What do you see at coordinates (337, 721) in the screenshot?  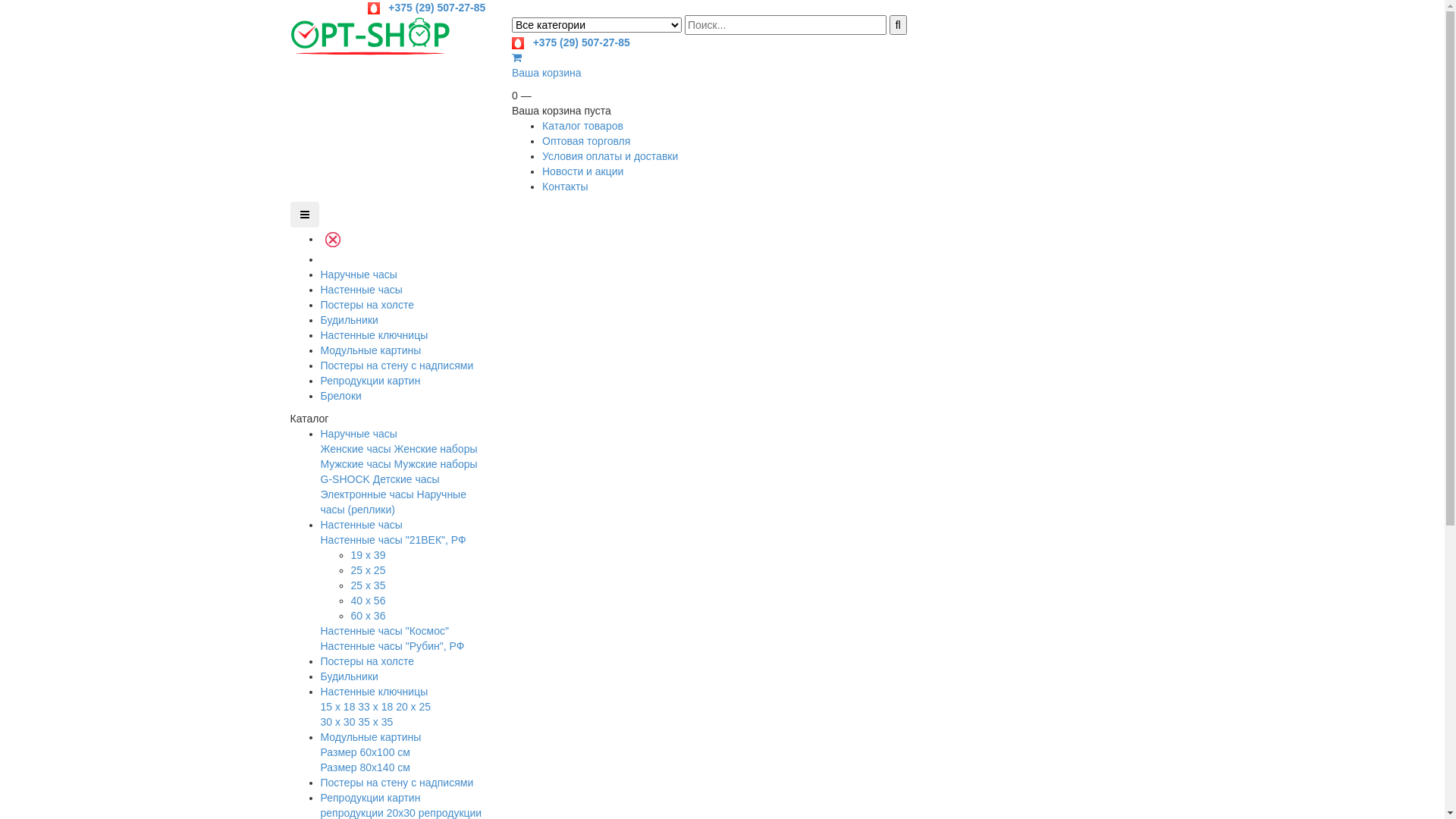 I see `'30 x 30'` at bounding box center [337, 721].